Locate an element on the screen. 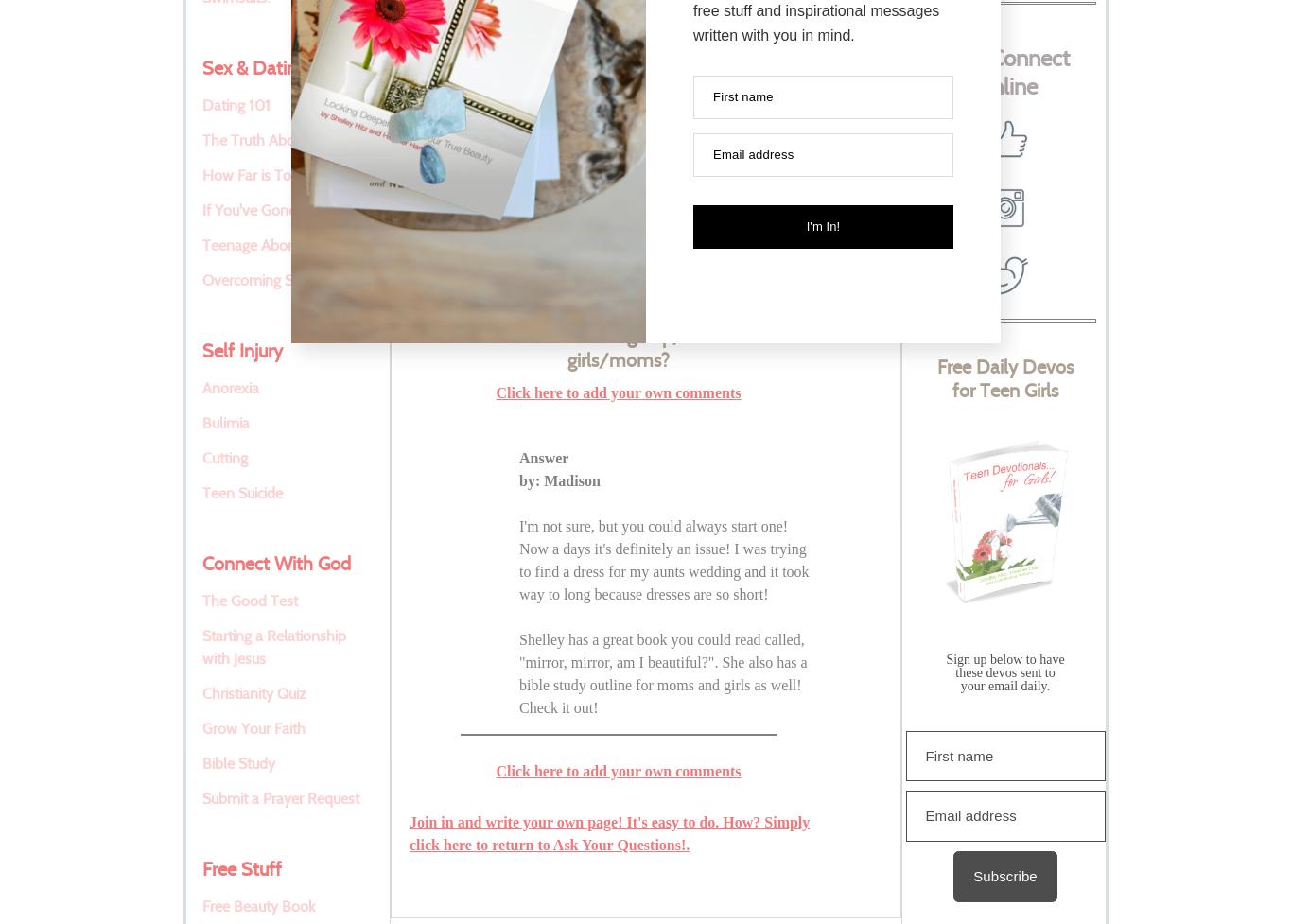  'Christianity Quiz' is located at coordinates (253, 693).